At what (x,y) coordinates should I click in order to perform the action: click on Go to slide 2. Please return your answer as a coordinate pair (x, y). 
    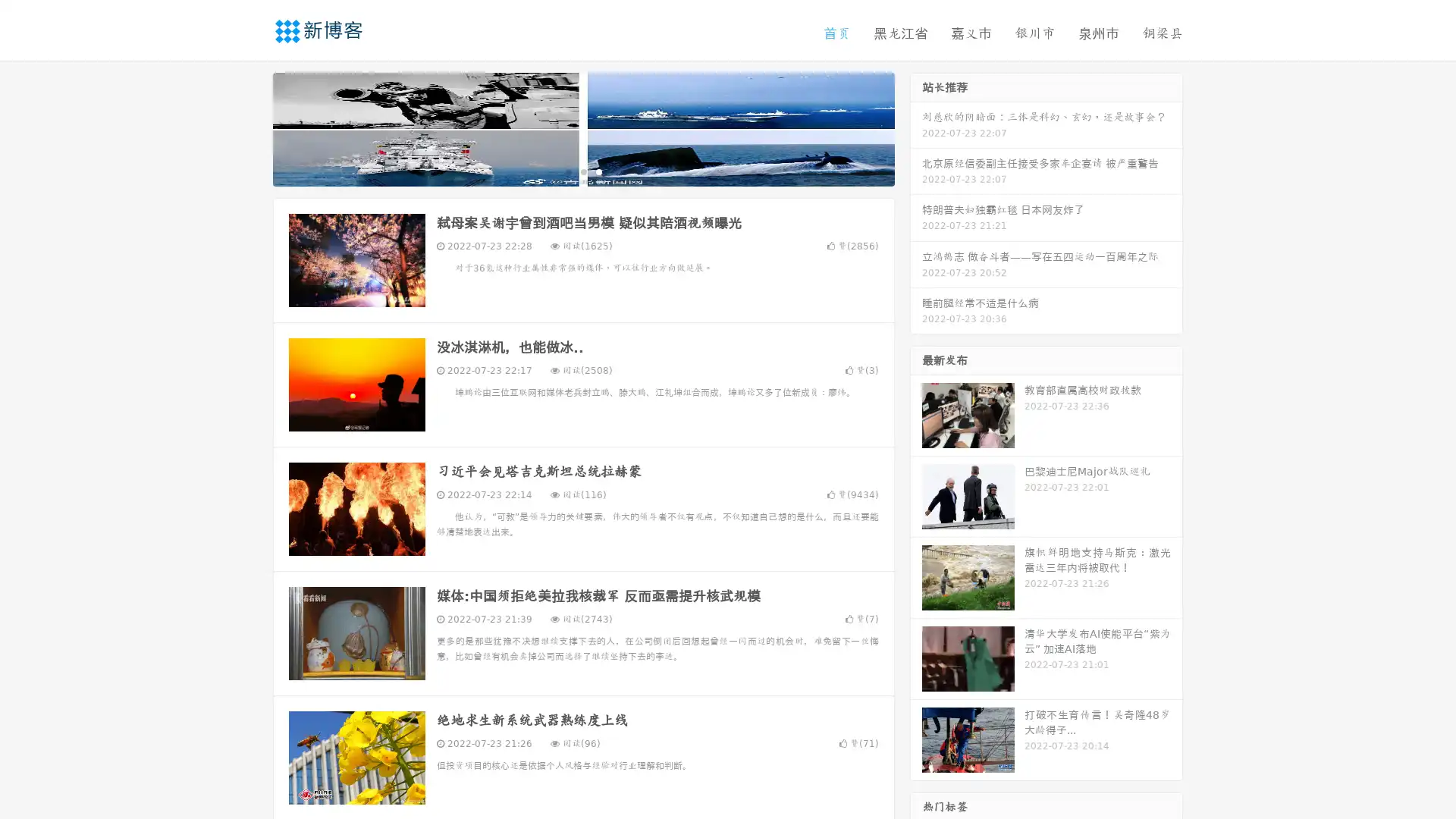
    Looking at the image, I should click on (582, 171).